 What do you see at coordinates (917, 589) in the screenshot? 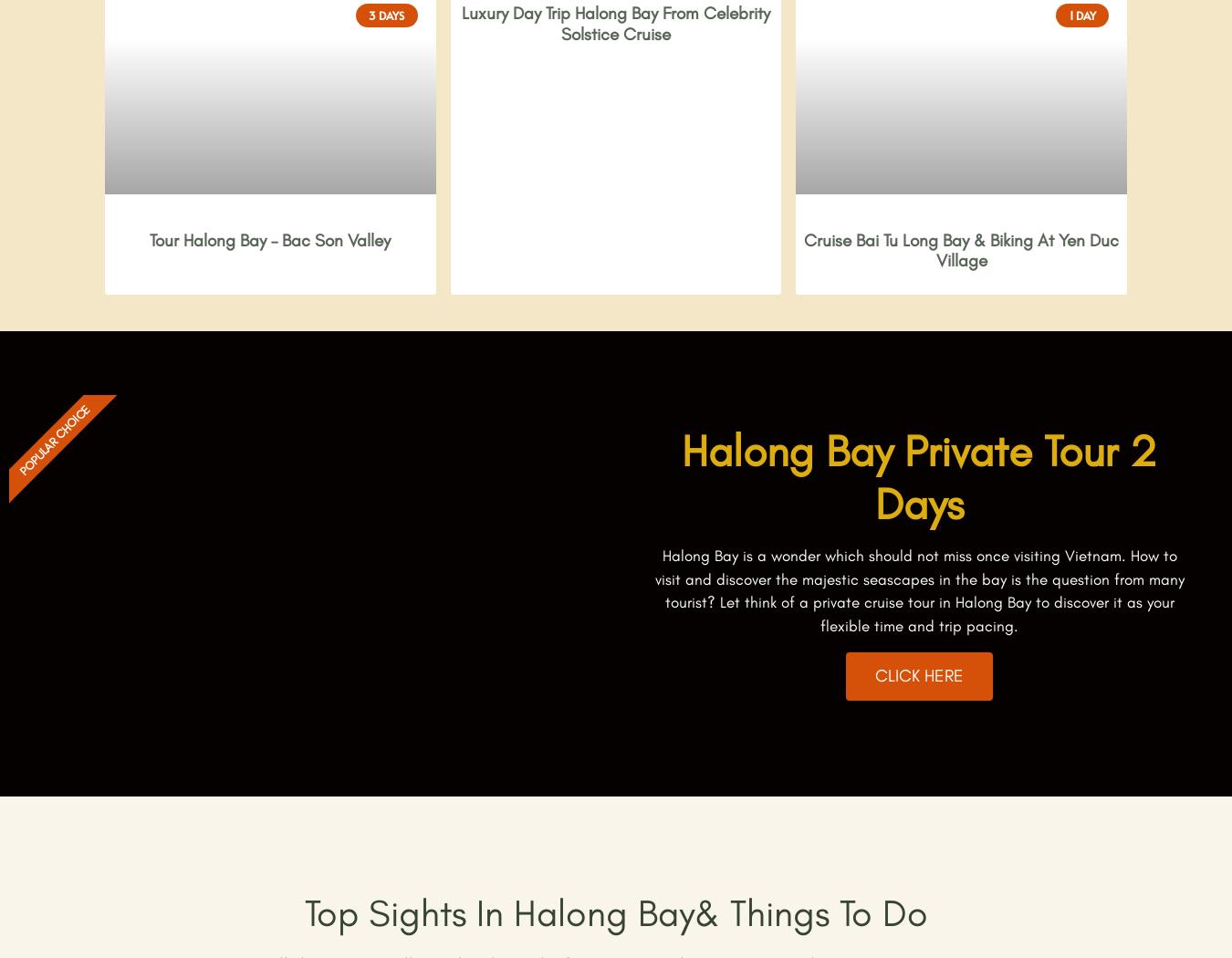
I see `'Halong Bay is a wonder which should not miss once visiting Vietnam. How to visit and discover the majestic seascapes in the bay is the question from many tourist? Let think of a private cruise tour in Halong Bay to discover it as your flexible time and trip pacing.'` at bounding box center [917, 589].